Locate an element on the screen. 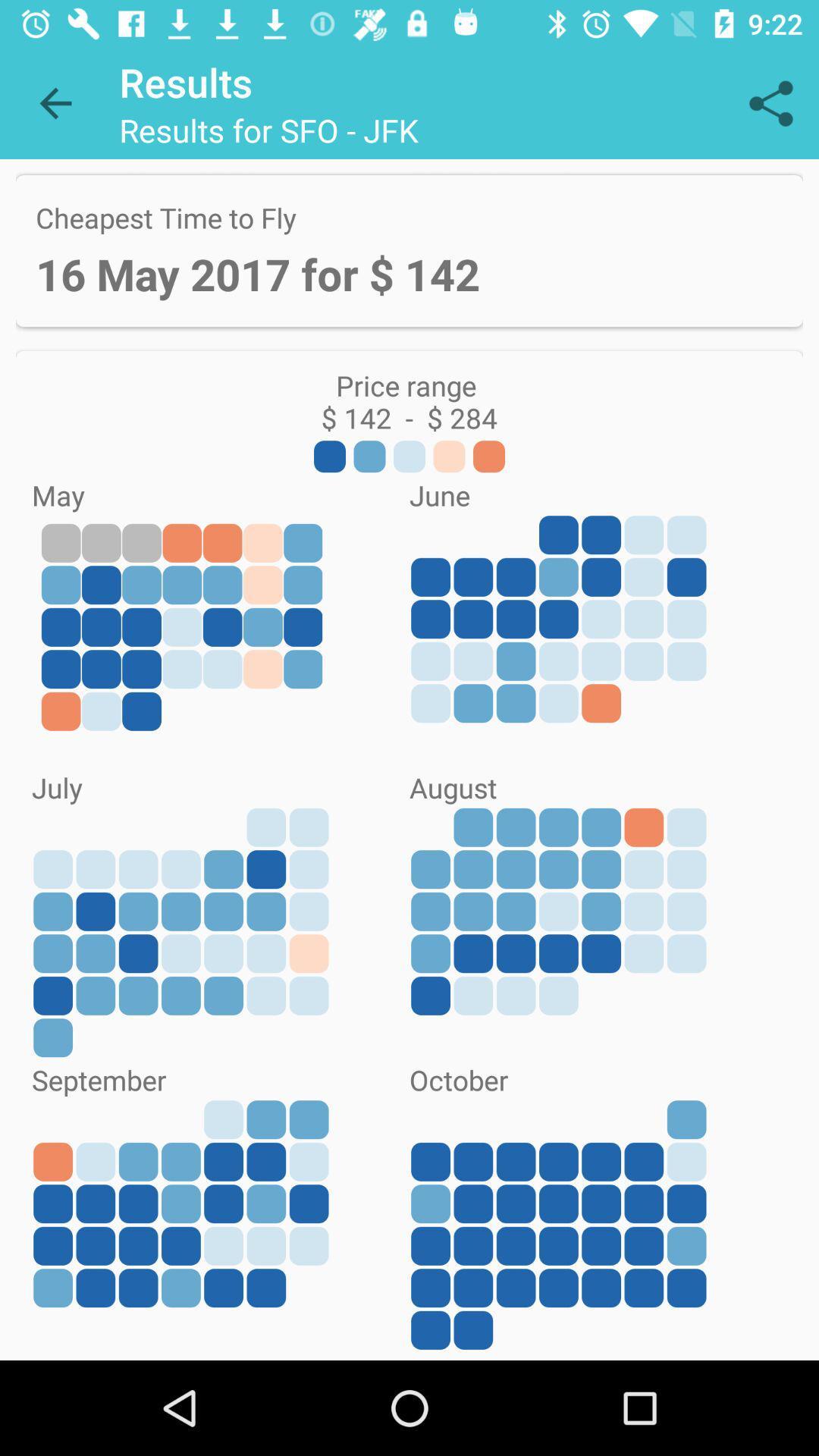  item above the cheapest time to item is located at coordinates (771, 102).